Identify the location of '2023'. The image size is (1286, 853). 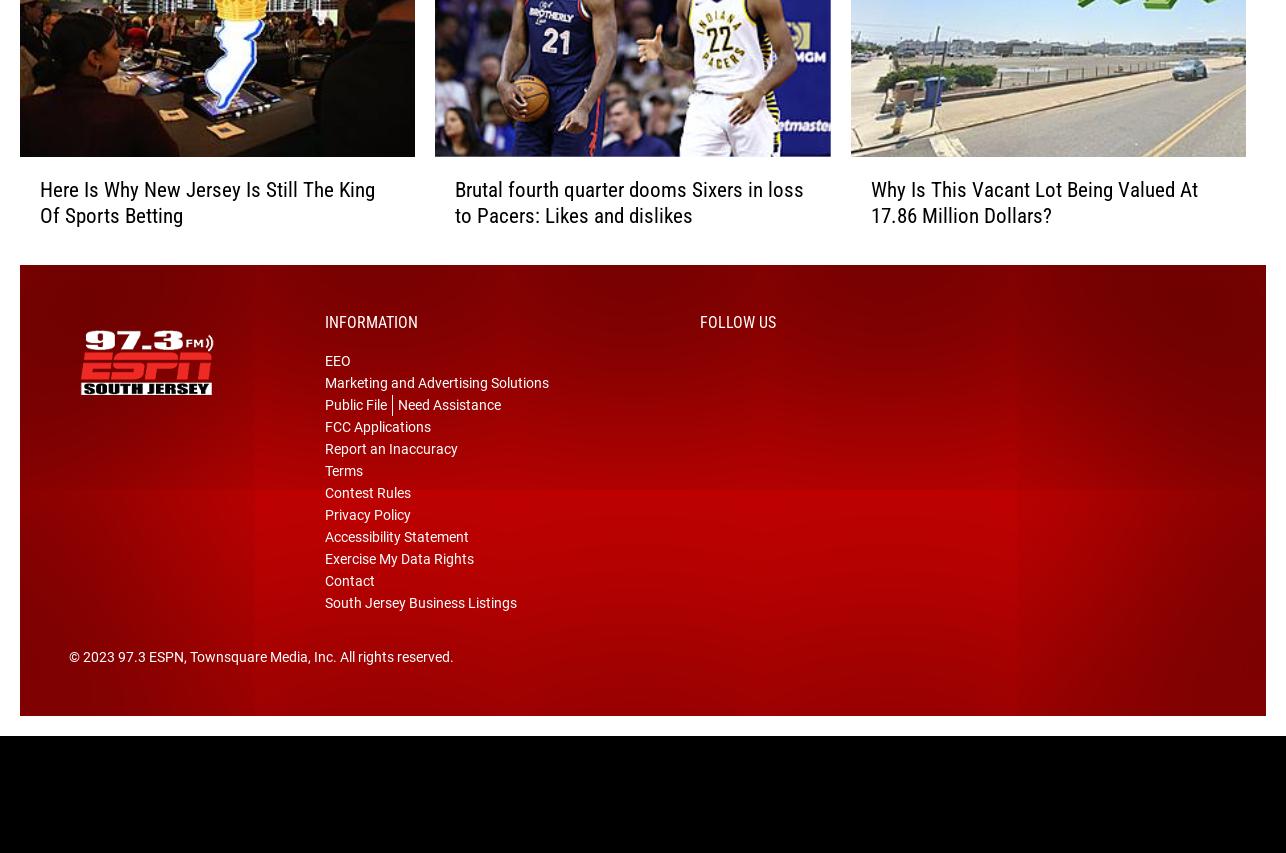
(99, 687).